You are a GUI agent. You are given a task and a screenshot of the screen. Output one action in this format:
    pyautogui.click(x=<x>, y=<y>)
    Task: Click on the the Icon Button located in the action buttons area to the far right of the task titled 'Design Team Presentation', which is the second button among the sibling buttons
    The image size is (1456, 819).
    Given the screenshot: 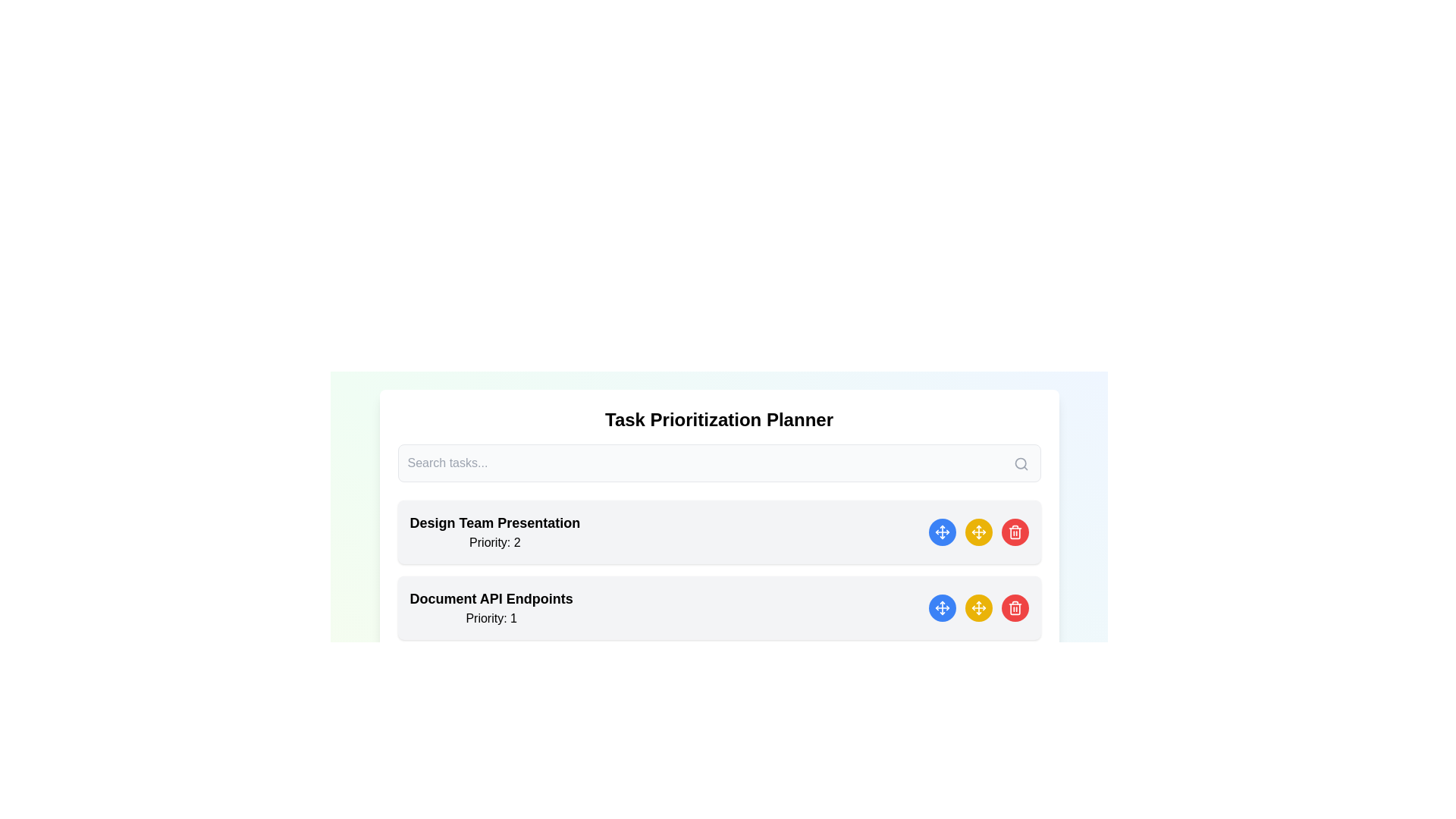 What is the action you would take?
    pyautogui.click(x=941, y=532)
    